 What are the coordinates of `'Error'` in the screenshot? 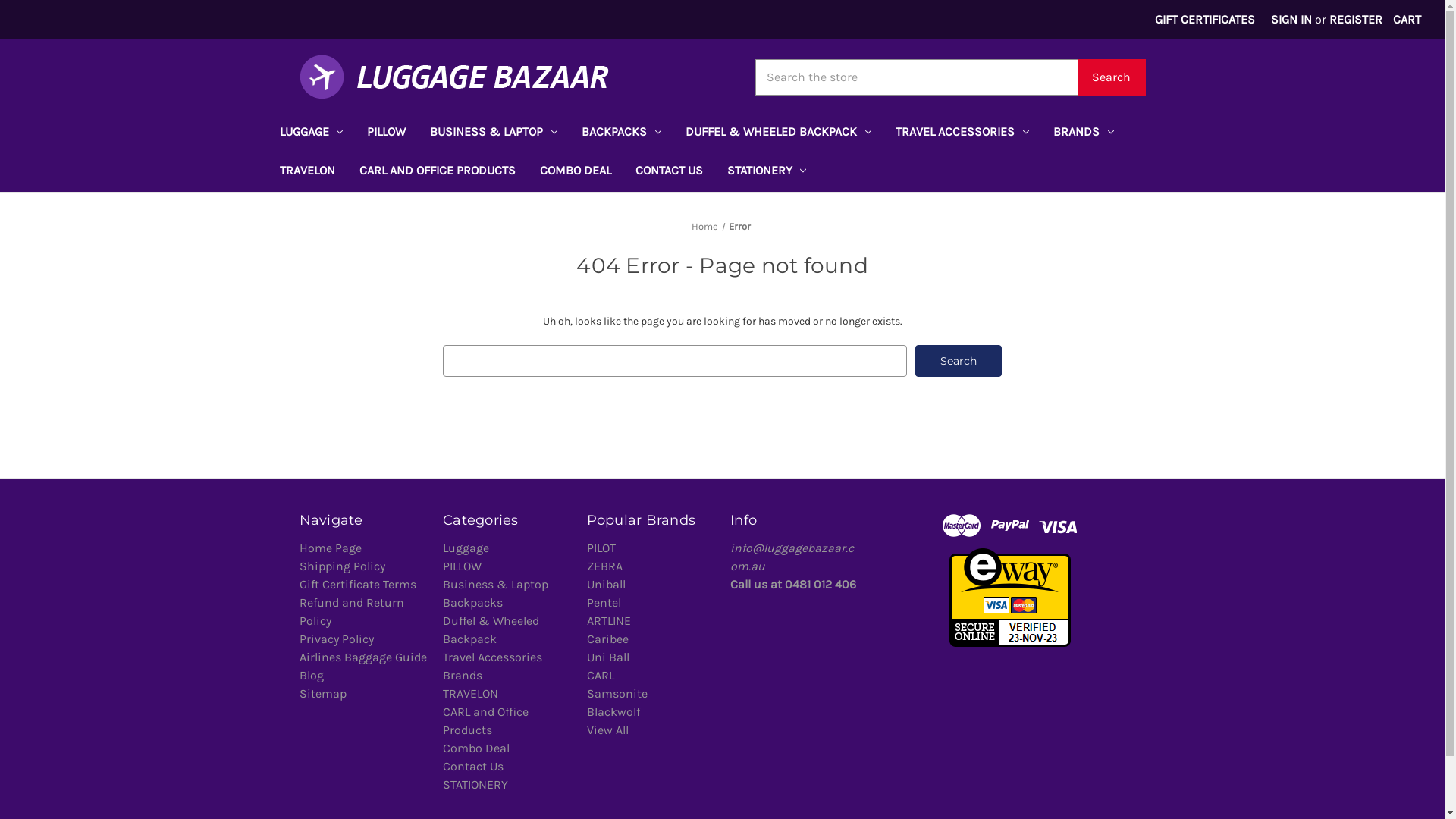 It's located at (739, 226).